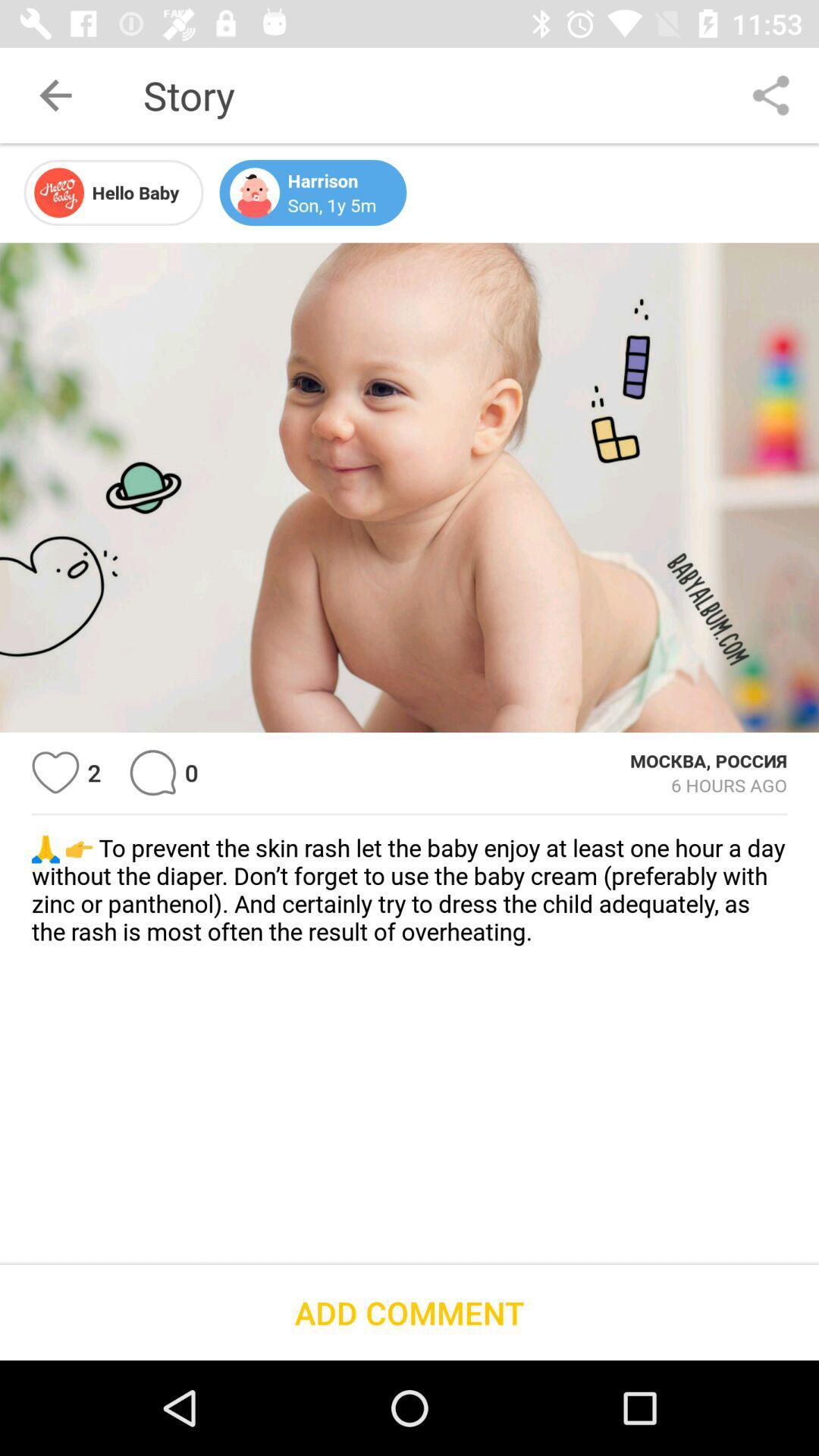 This screenshot has width=819, height=1456. I want to click on to favorites, so click(55, 773).